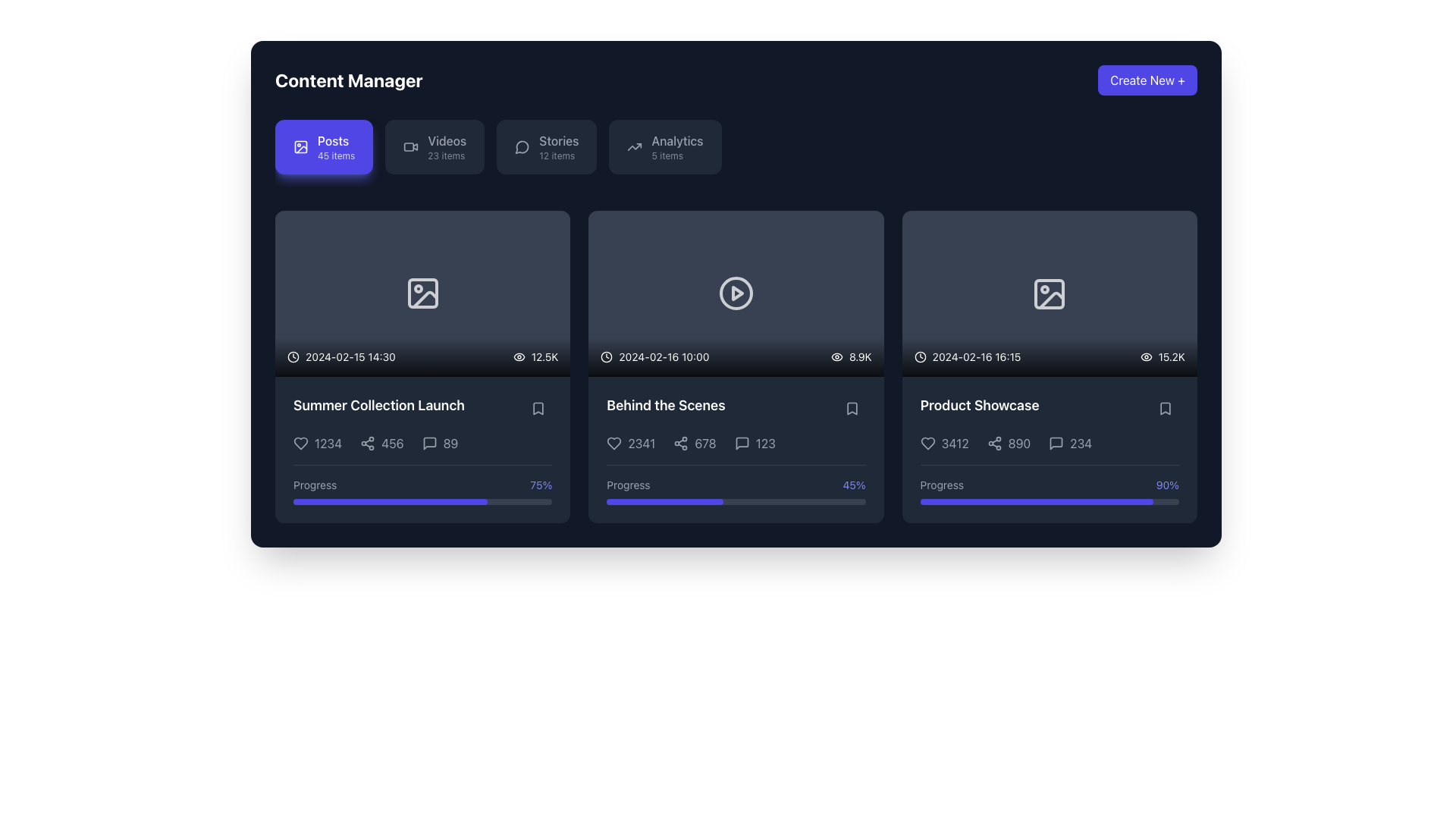  I want to click on the text displaying the number '234' with a speech bubble icon, located at the bottom-right of the 'Product Showcase' card, adjacent to other interaction metrics, so click(1069, 444).